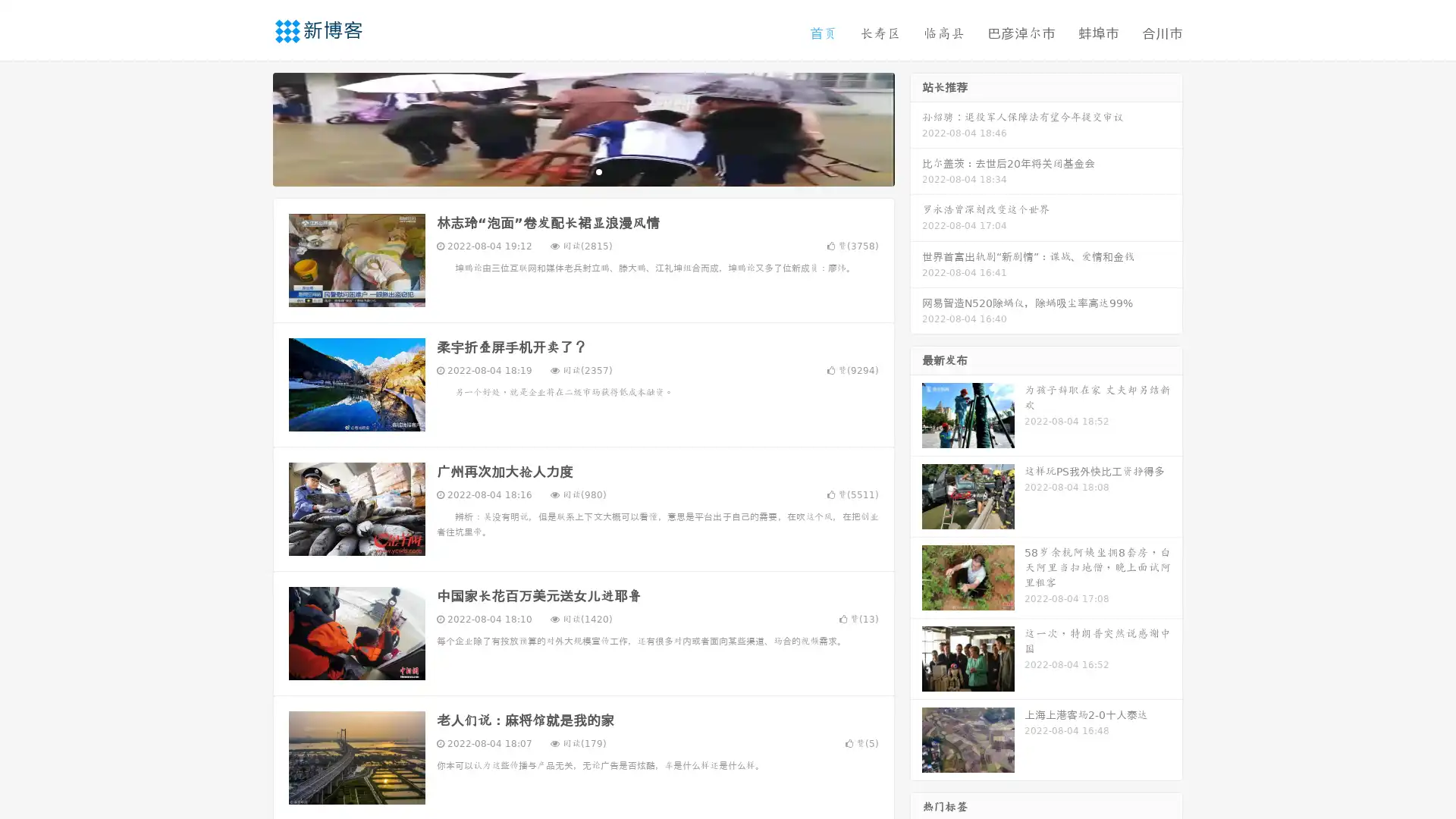 This screenshot has height=819, width=1456. Describe the element at coordinates (916, 127) in the screenshot. I see `Next slide` at that location.